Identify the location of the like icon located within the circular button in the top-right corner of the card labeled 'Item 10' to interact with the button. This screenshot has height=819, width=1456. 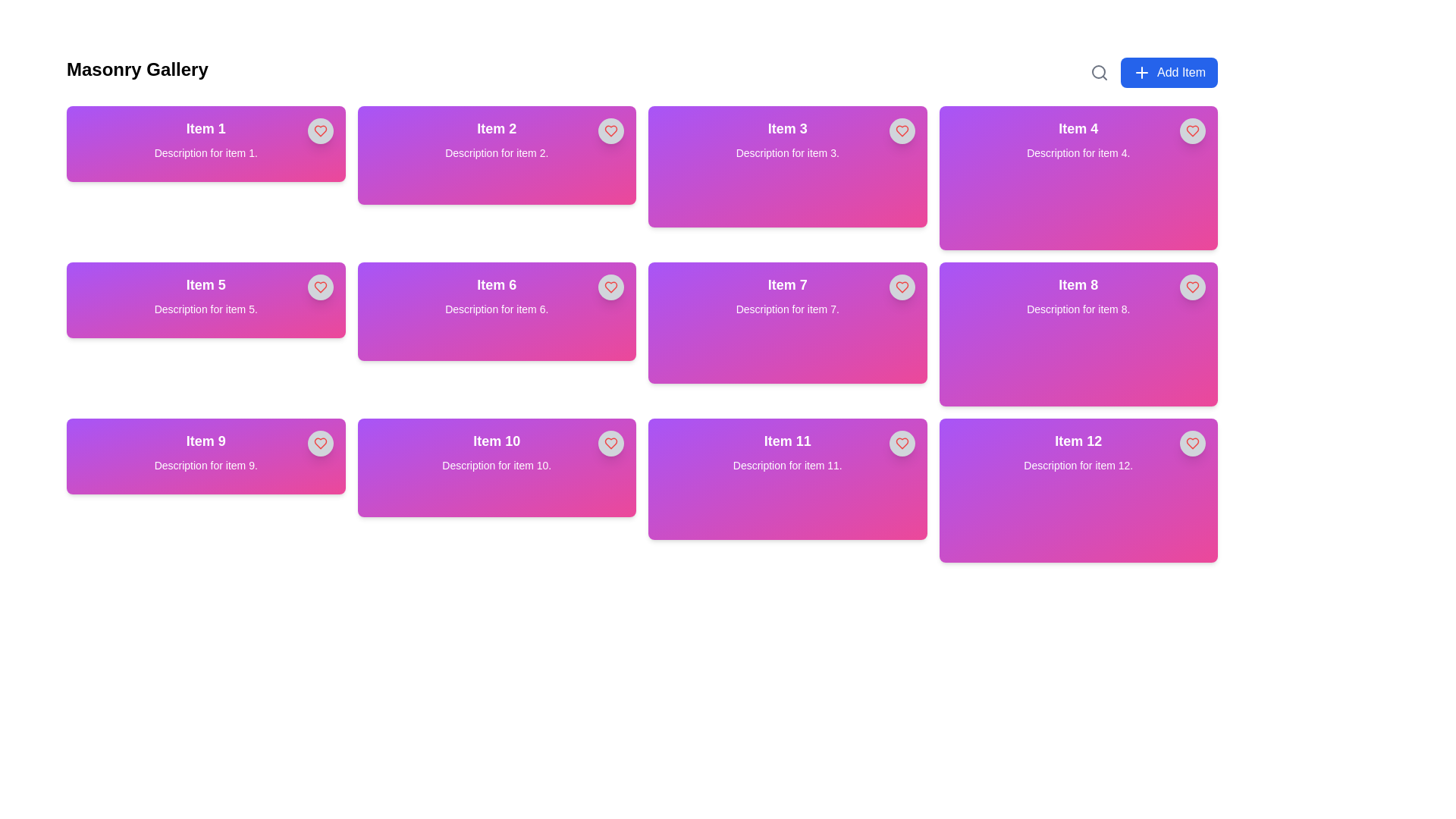
(611, 444).